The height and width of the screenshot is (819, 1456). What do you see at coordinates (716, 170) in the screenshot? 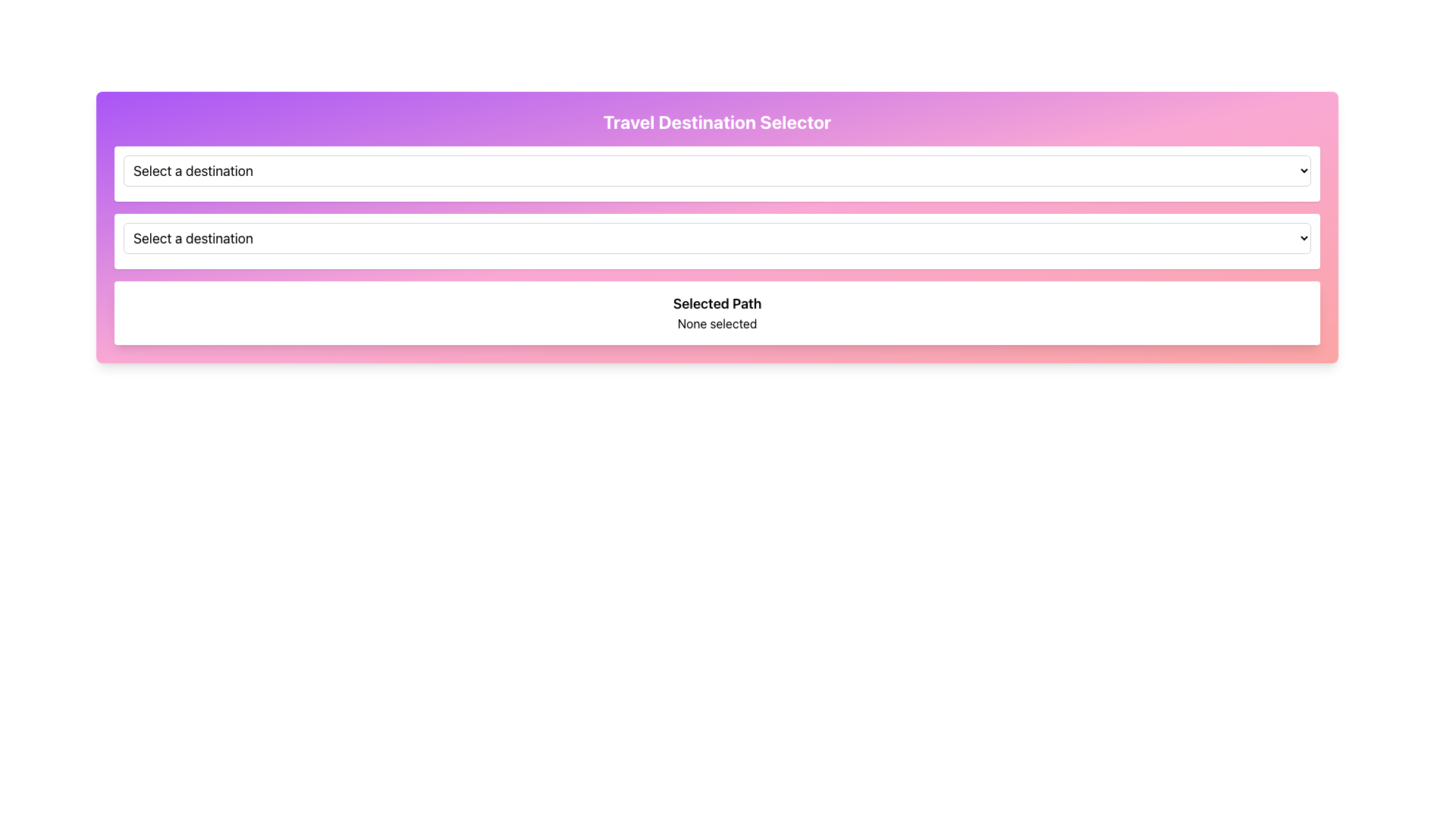
I see `the dropdown menu labeled 'Select a destination' located under the title 'Travel Destination Selector'` at bounding box center [716, 170].